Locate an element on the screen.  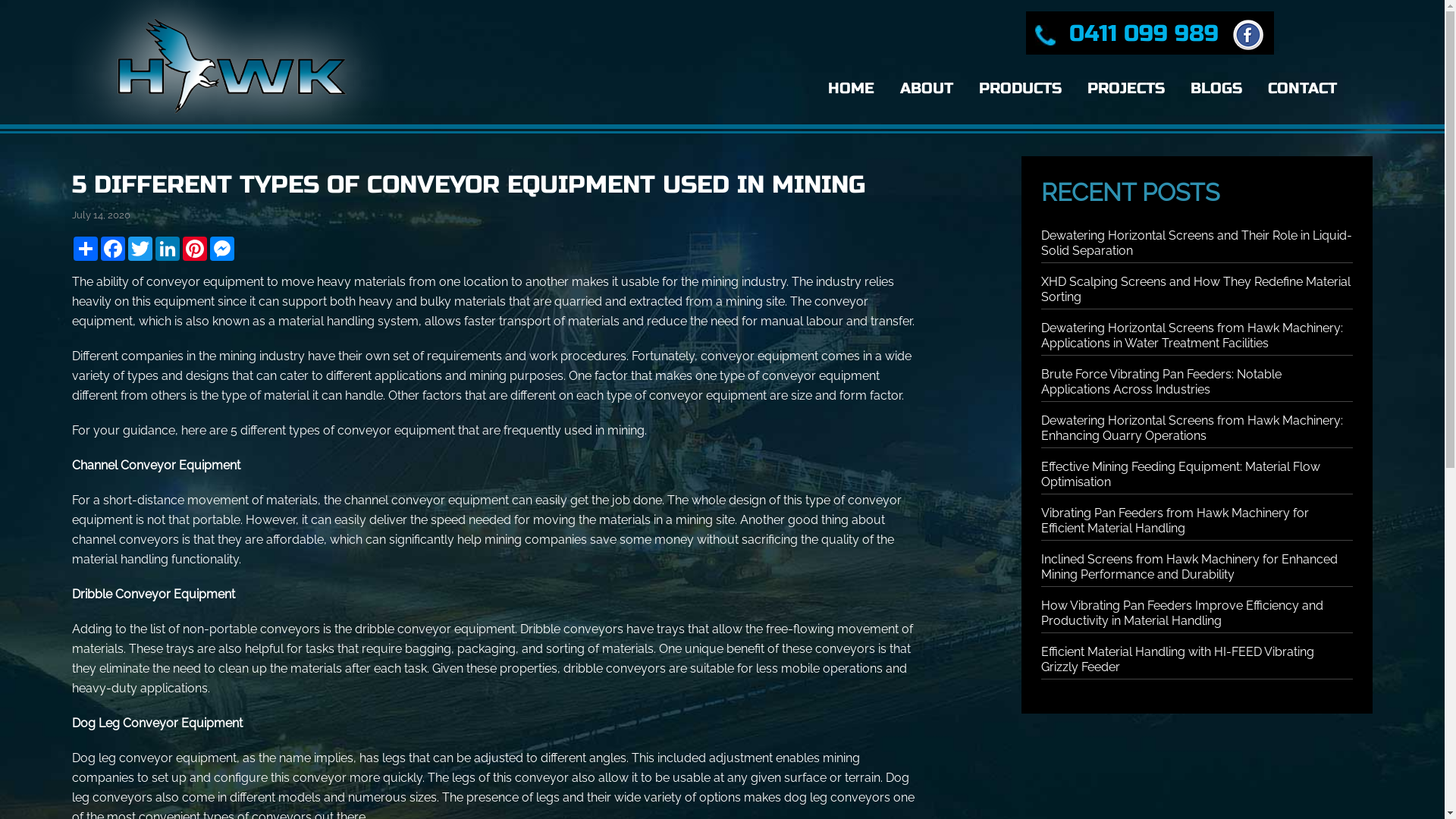
'Twitter' is located at coordinates (140, 247).